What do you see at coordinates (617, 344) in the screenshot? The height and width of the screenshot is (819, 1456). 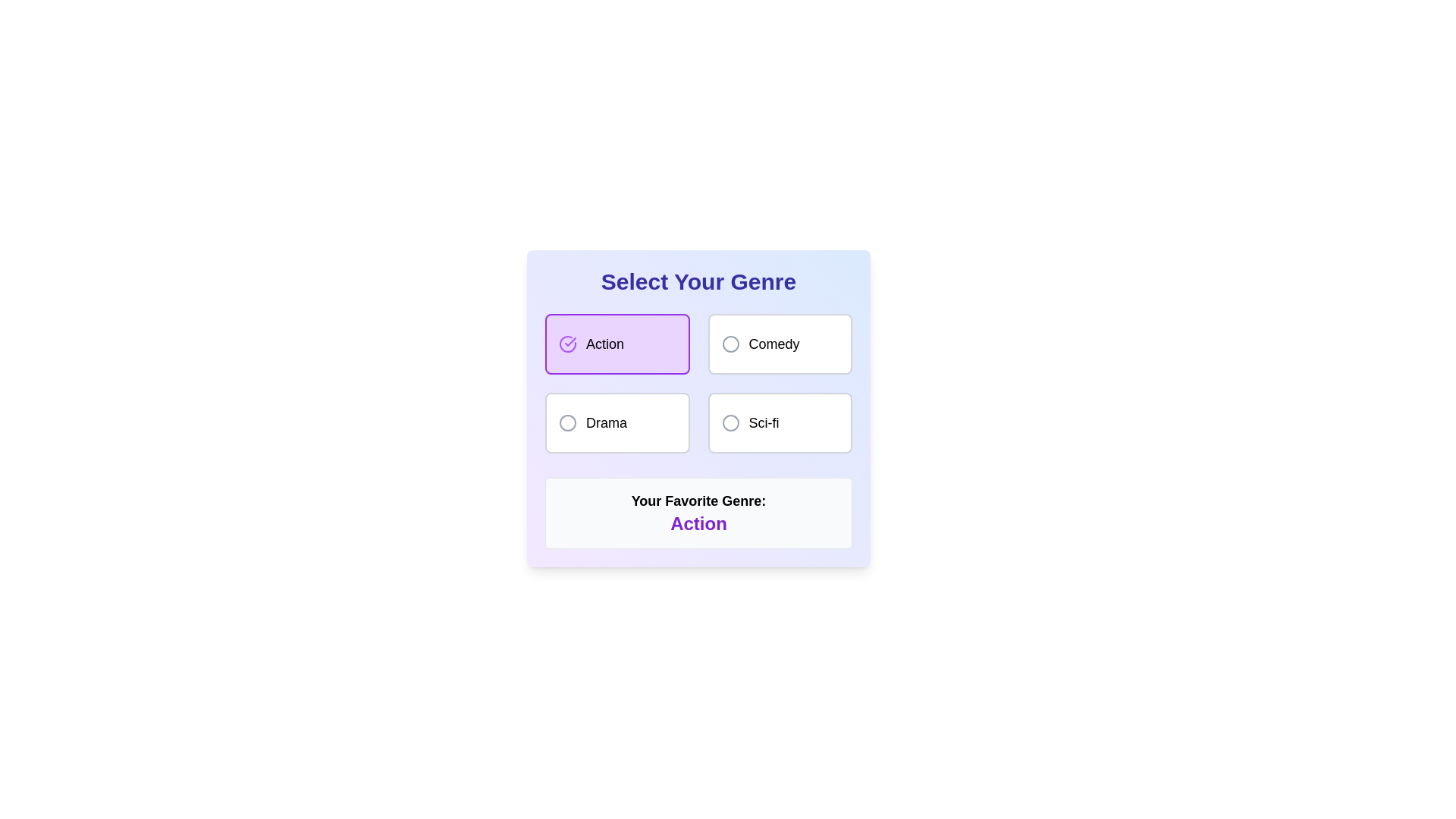 I see `the 'Action' genre button located in the upper-left corner of the grid layout by` at bounding box center [617, 344].